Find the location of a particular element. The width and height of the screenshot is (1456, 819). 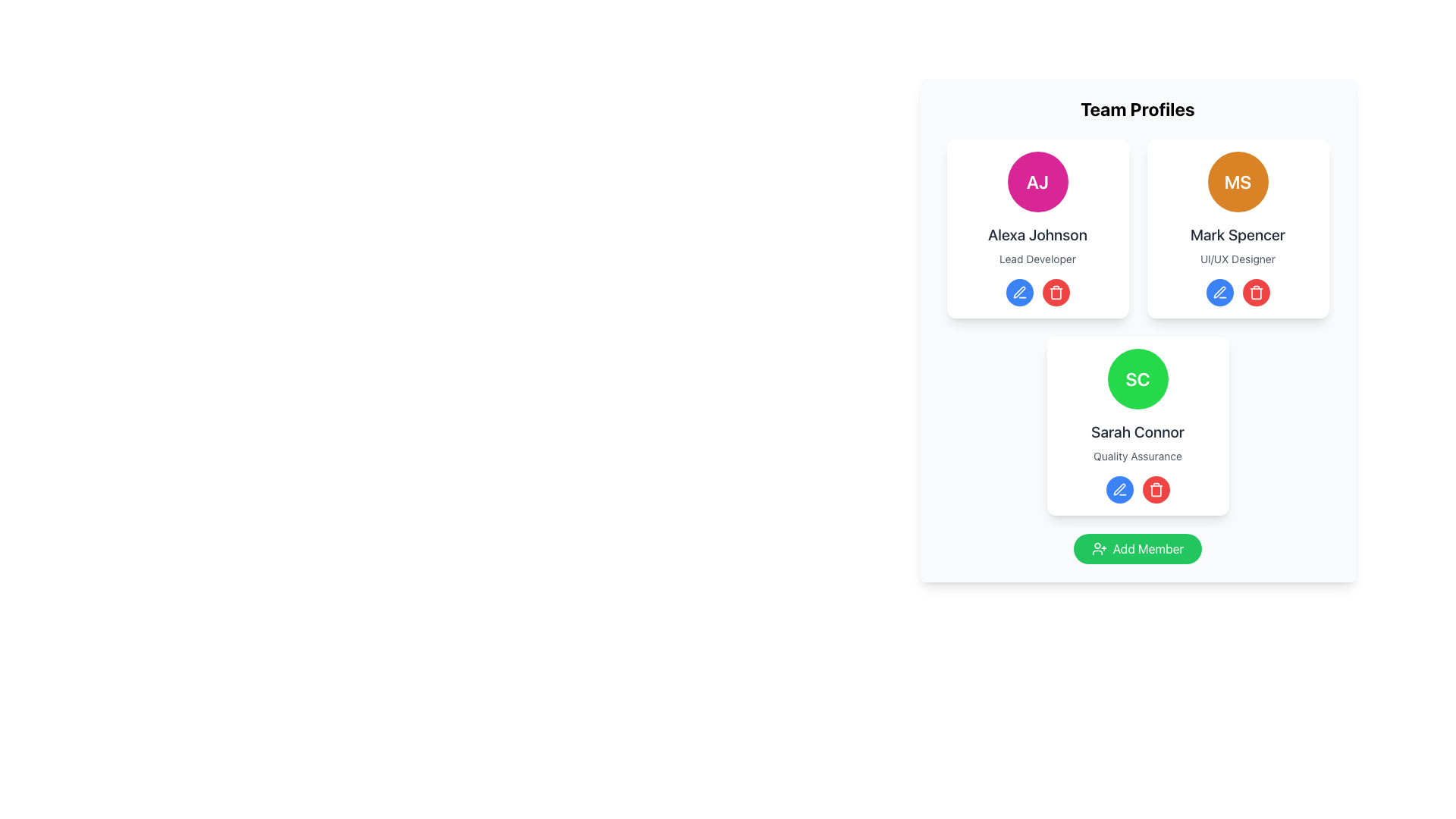

the small user-plus icon is located at coordinates (1099, 549).